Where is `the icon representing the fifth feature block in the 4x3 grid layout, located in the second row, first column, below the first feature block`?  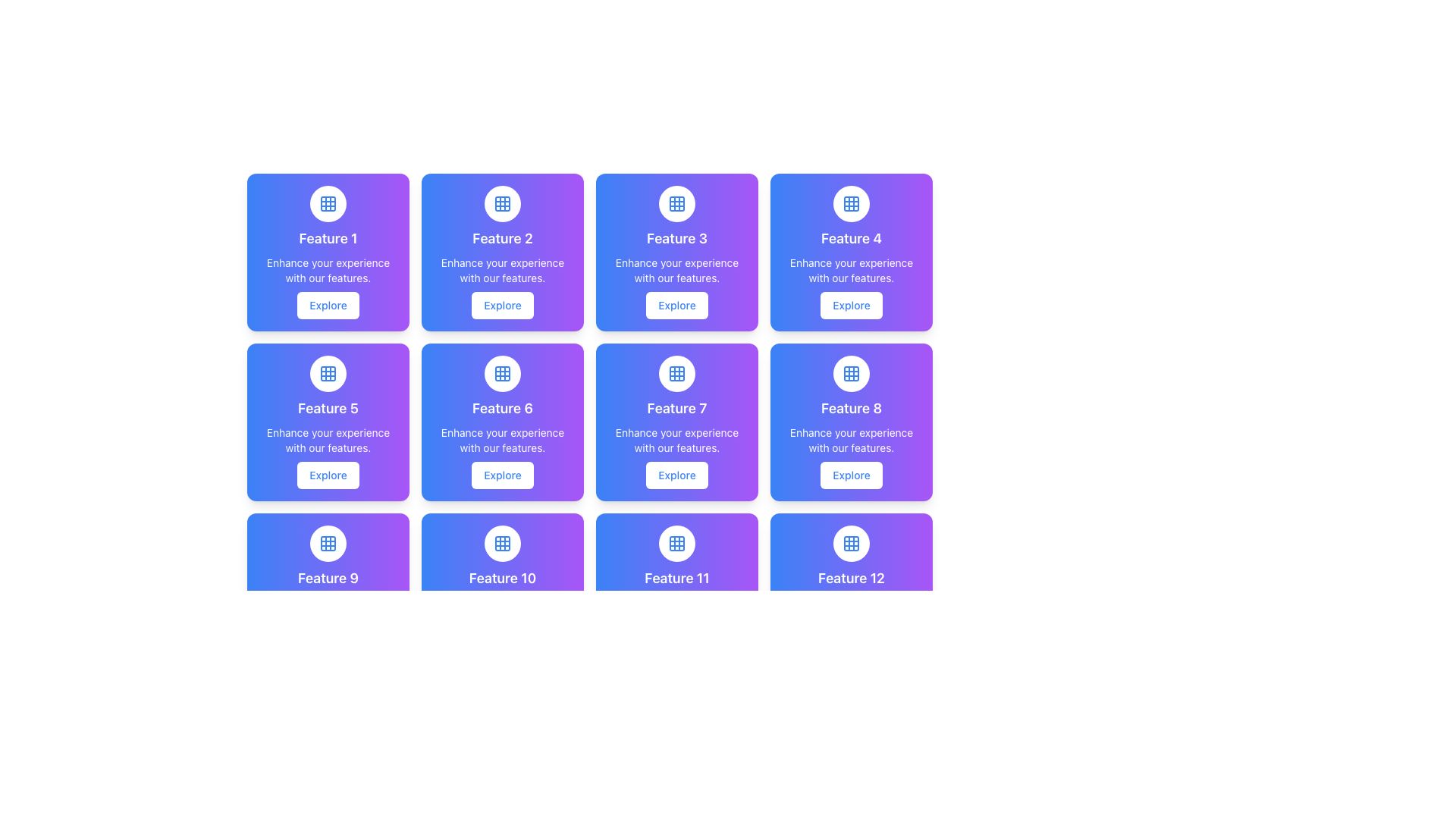
the icon representing the fifth feature block in the 4x3 grid layout, located in the second row, first column, below the first feature block is located at coordinates (327, 374).